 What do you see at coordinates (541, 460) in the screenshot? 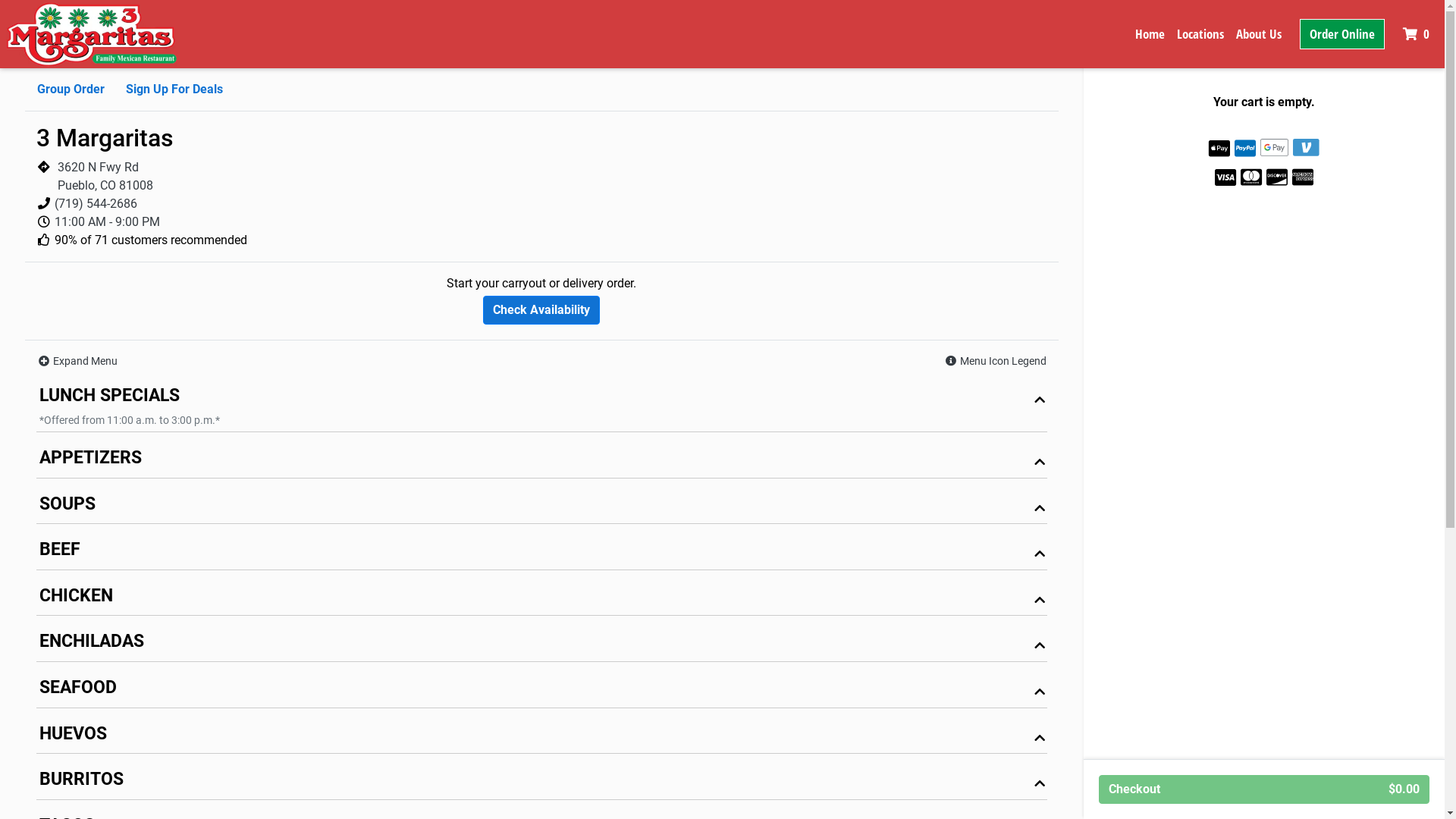
I see `'APPETIZERS'` at bounding box center [541, 460].